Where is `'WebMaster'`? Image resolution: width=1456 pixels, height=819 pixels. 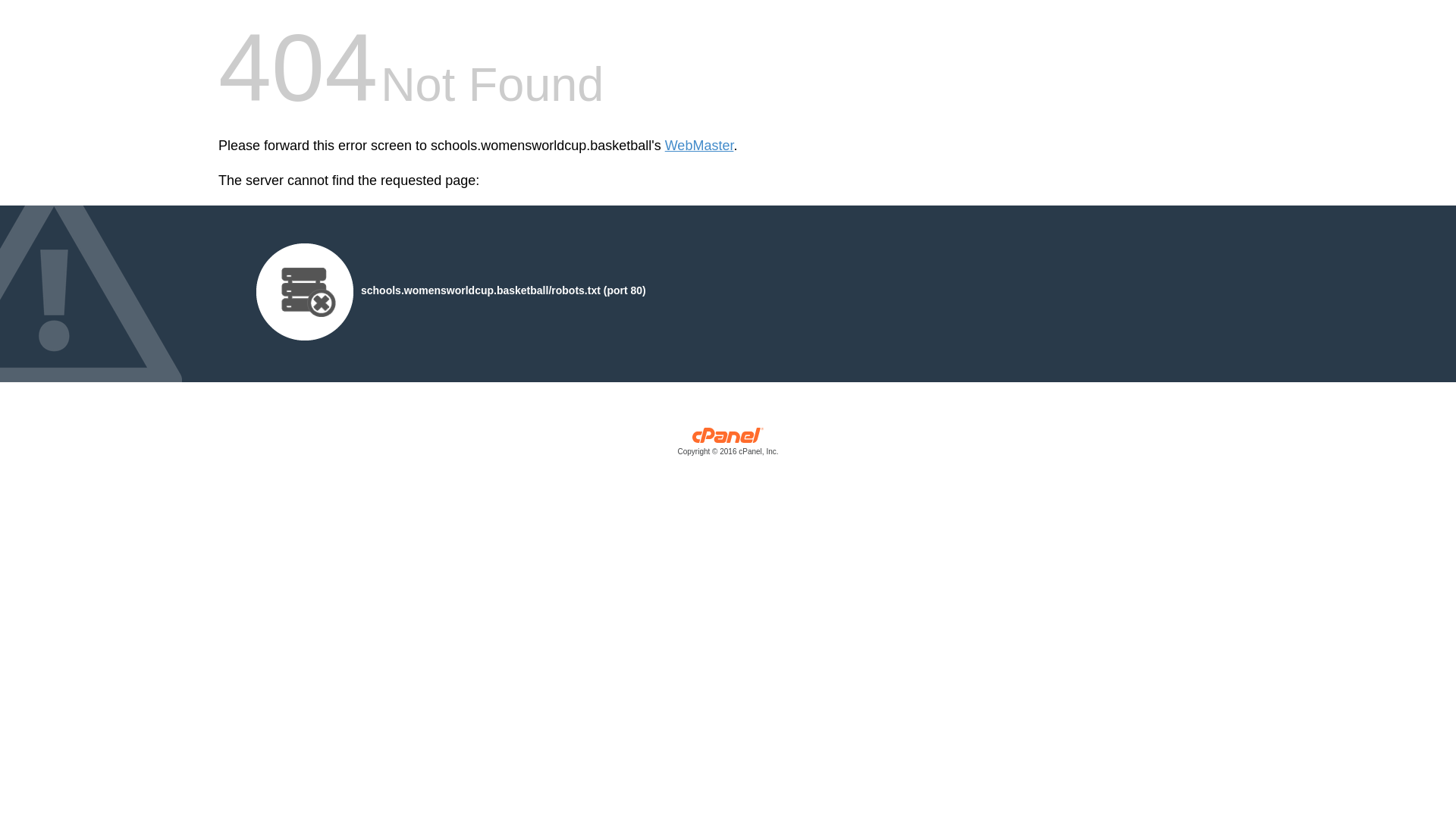
'WebMaster' is located at coordinates (698, 146).